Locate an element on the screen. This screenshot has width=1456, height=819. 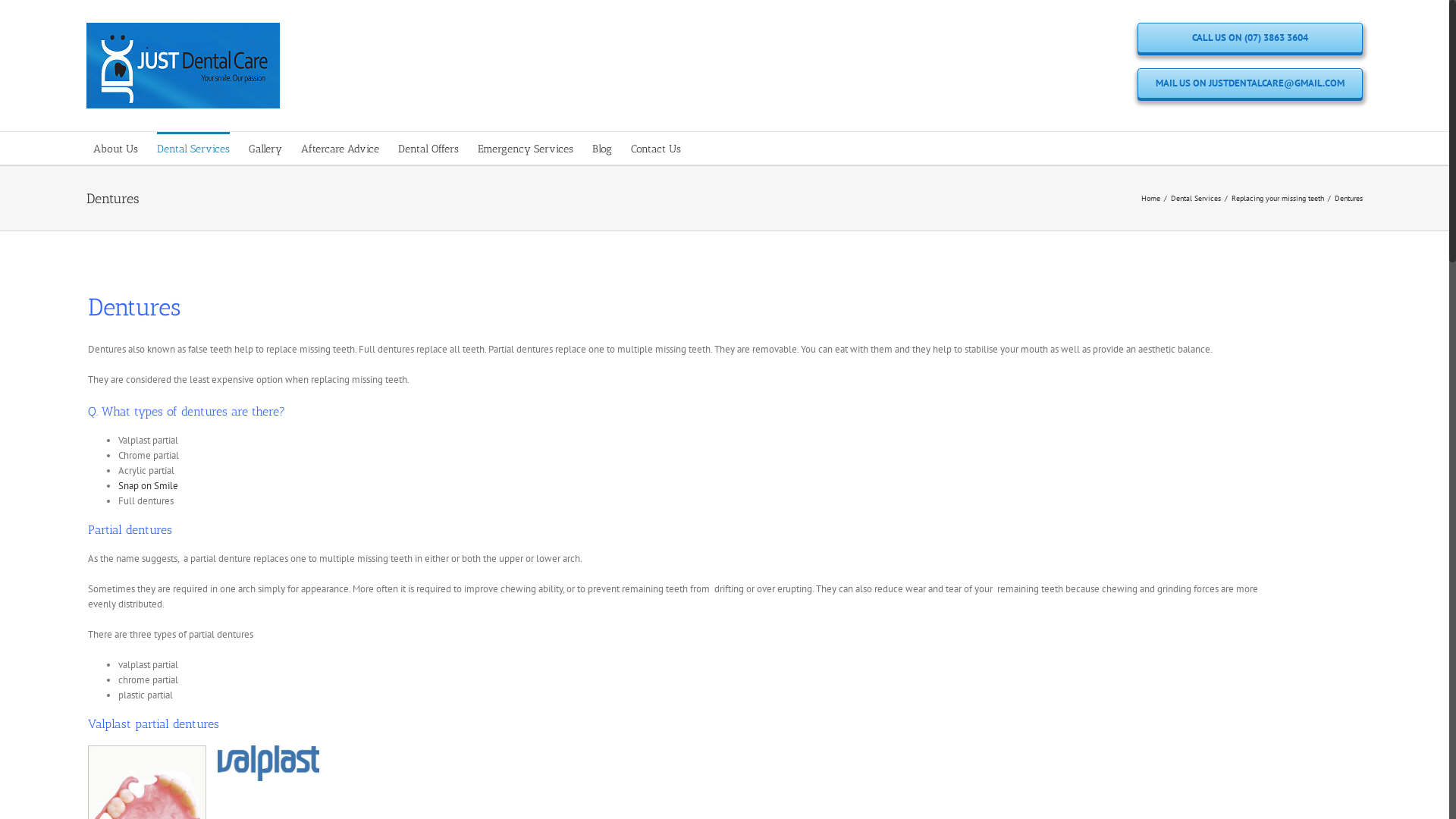
'Snap on Smile' is located at coordinates (118, 485).